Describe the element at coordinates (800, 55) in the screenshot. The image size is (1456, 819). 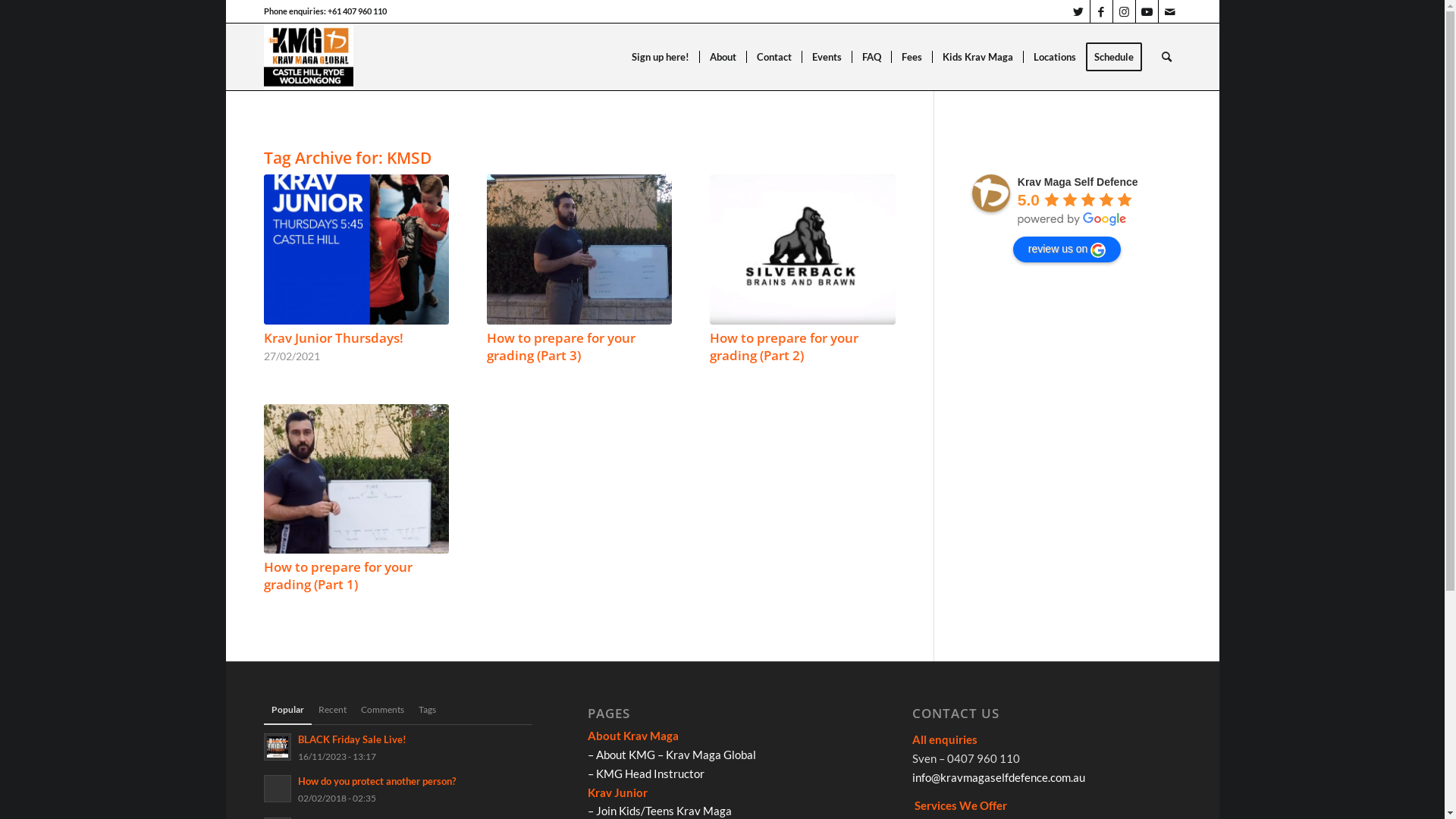
I see `'Events'` at that location.